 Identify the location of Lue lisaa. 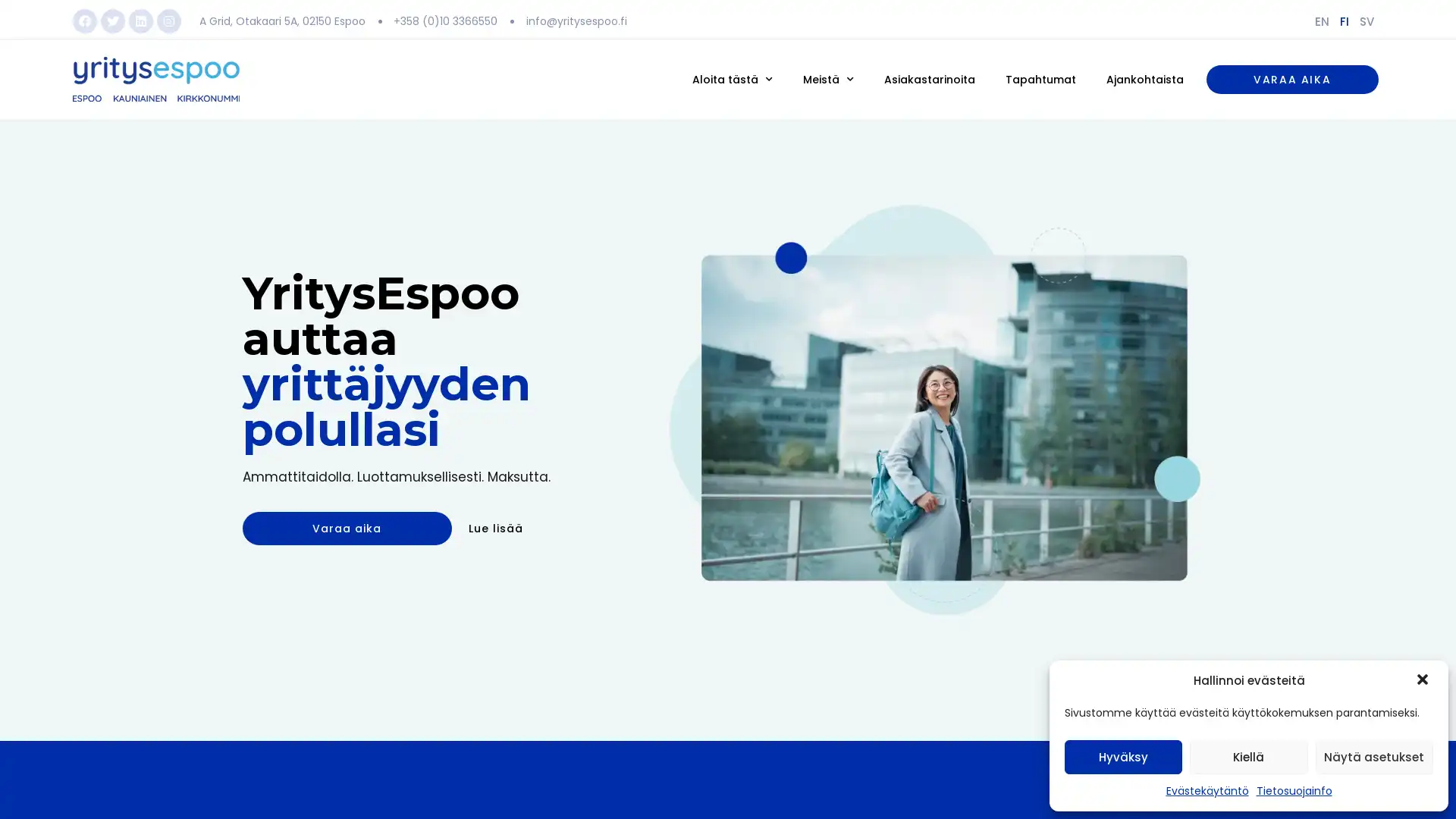
(491, 528).